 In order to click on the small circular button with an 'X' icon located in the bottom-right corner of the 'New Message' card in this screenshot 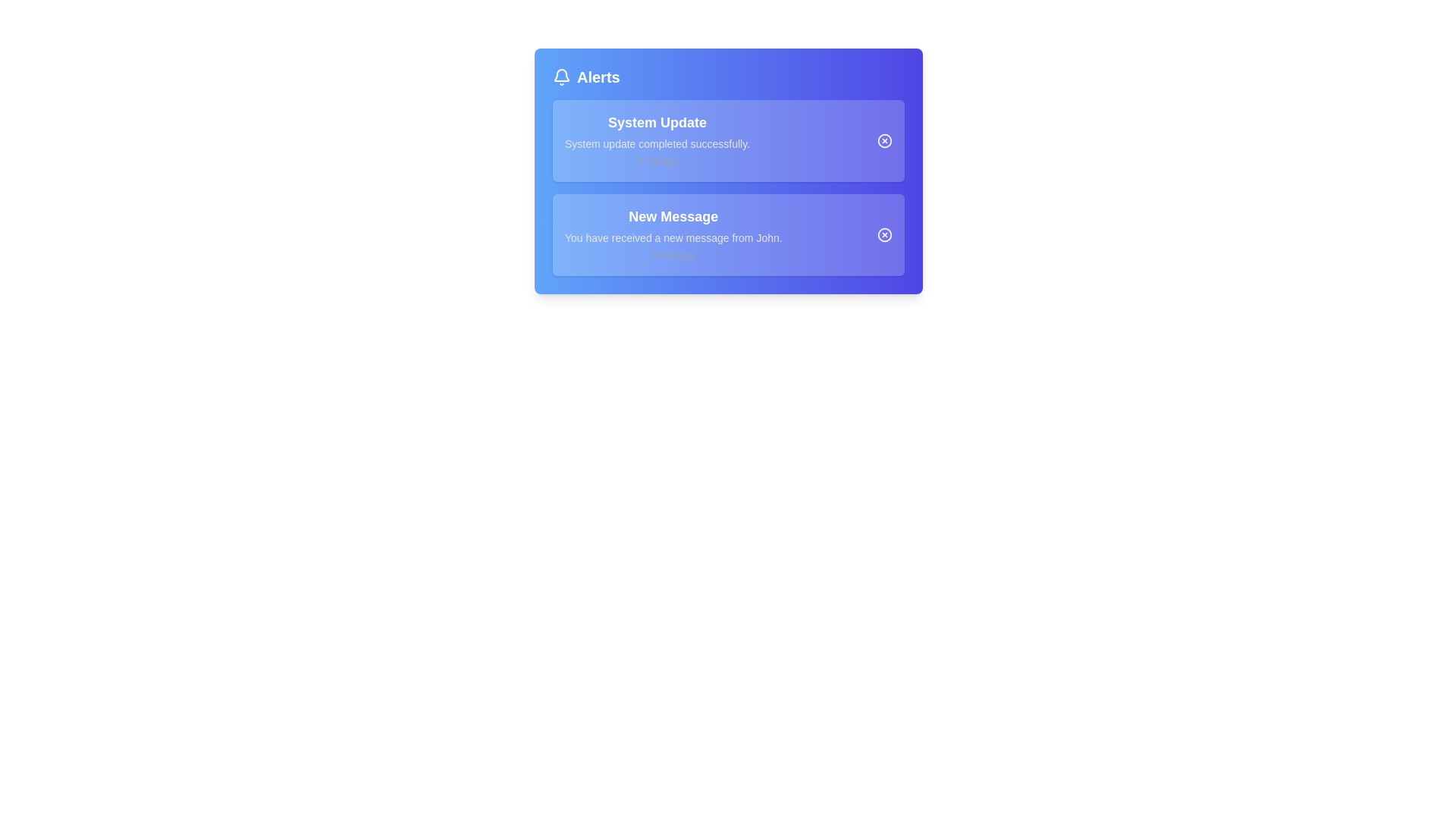, I will do `click(884, 234)`.